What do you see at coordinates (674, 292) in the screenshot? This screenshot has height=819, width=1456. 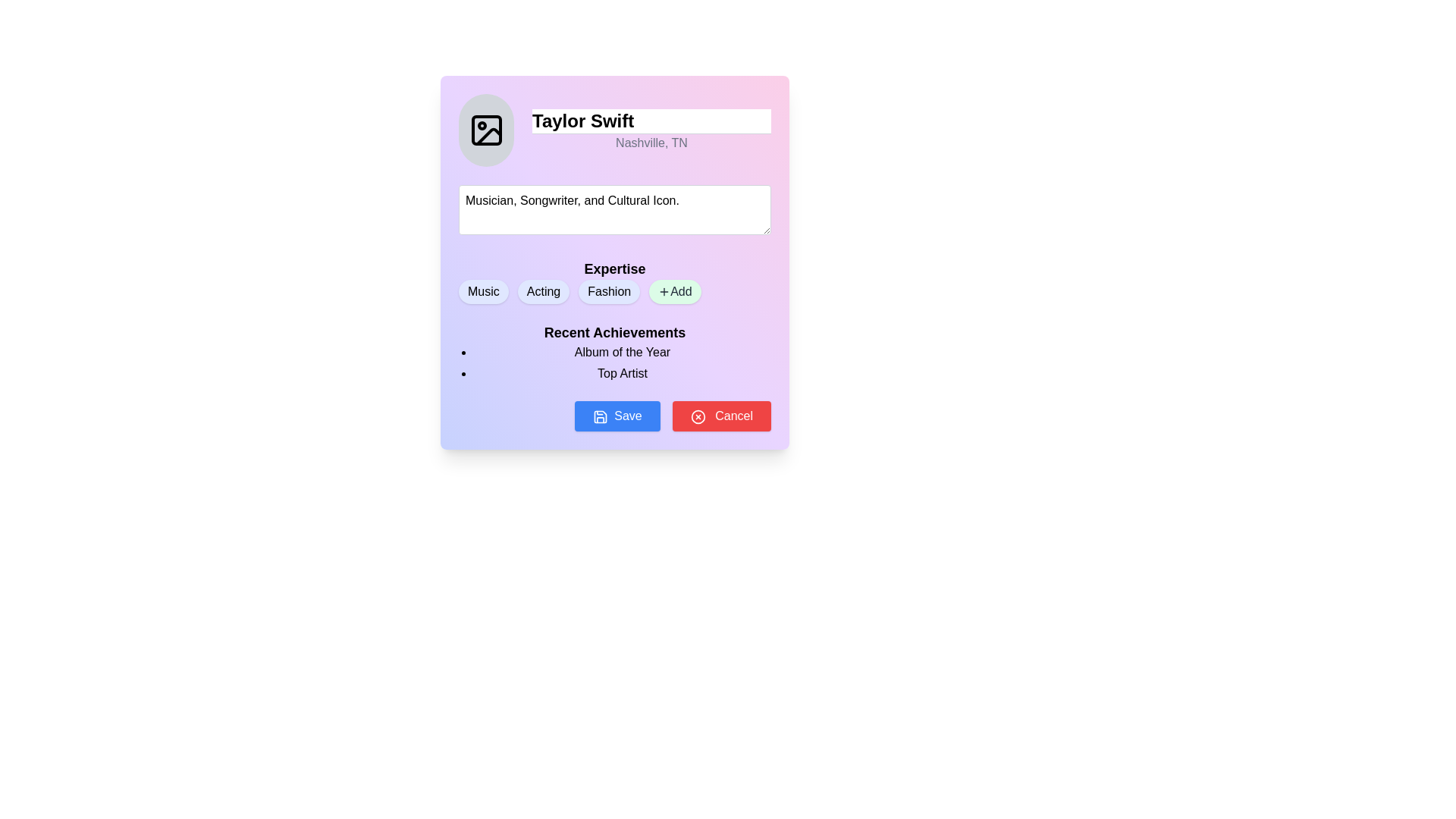 I see `the 'Add' button located to the right of the 'Music', 'Acting', and 'Fashion' tags, which is part of the 'Expertise' section` at bounding box center [674, 292].